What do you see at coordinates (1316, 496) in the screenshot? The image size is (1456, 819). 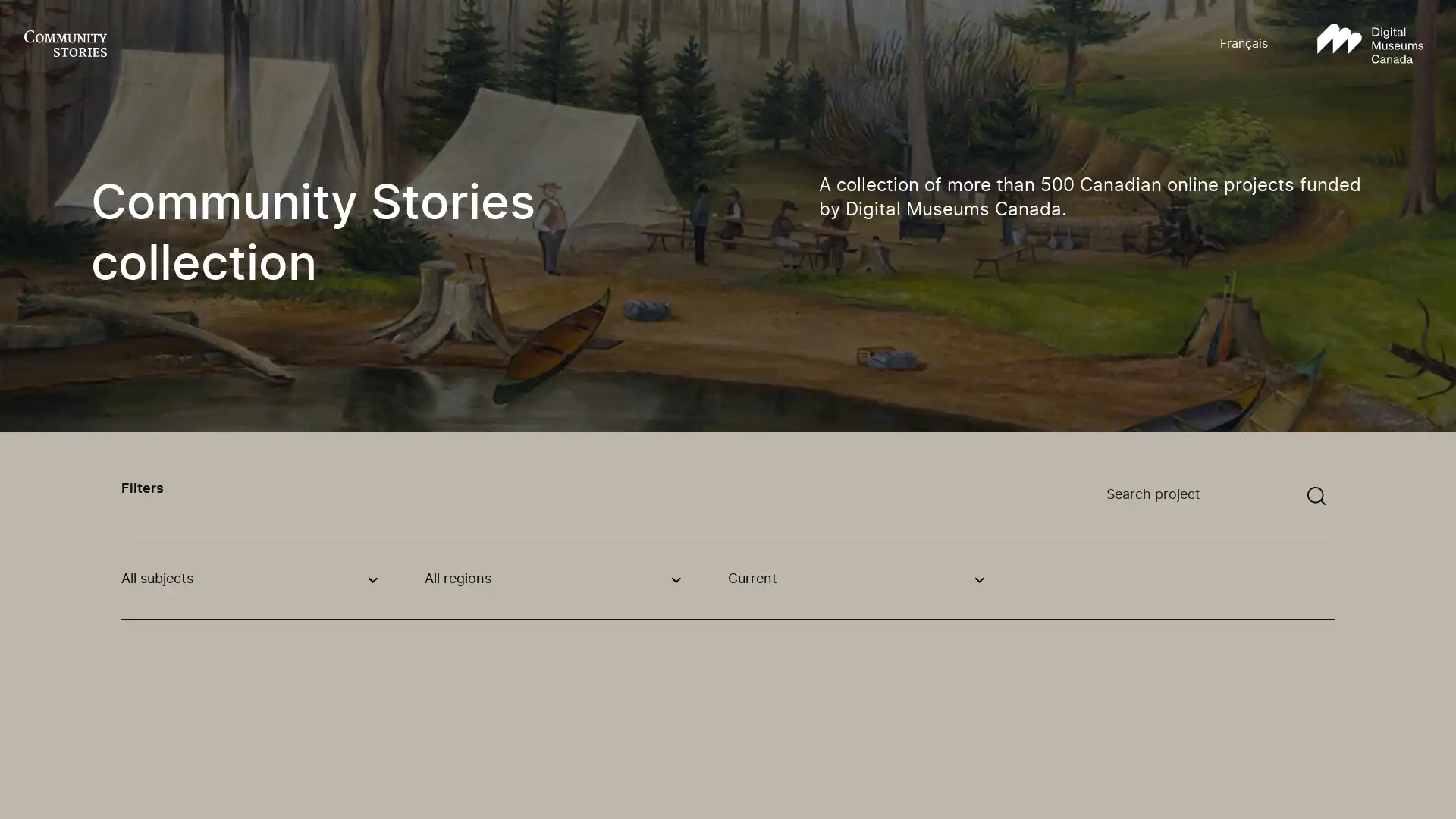 I see `Submit` at bounding box center [1316, 496].